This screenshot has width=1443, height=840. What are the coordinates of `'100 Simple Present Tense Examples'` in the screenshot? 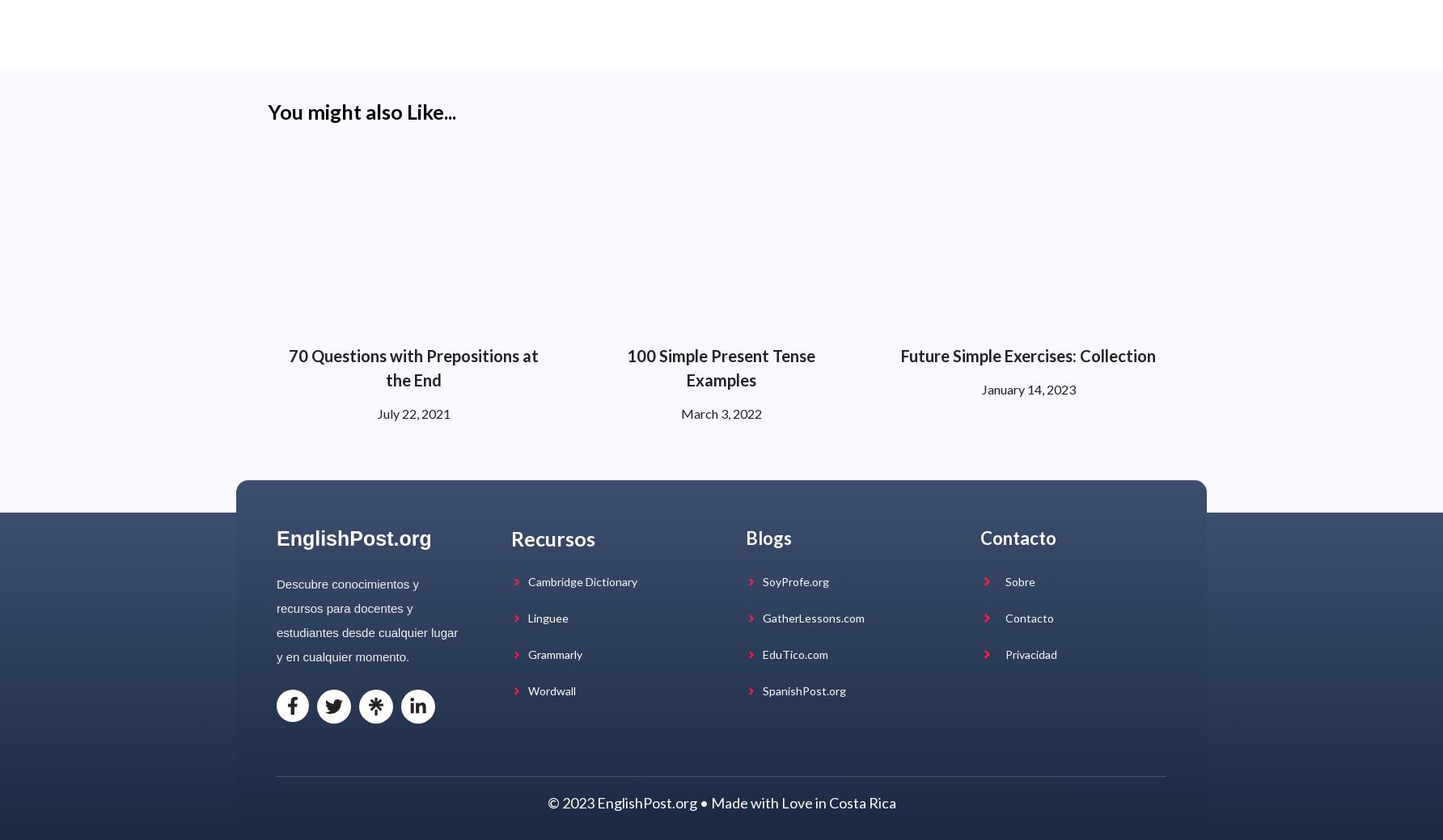 It's located at (720, 366).